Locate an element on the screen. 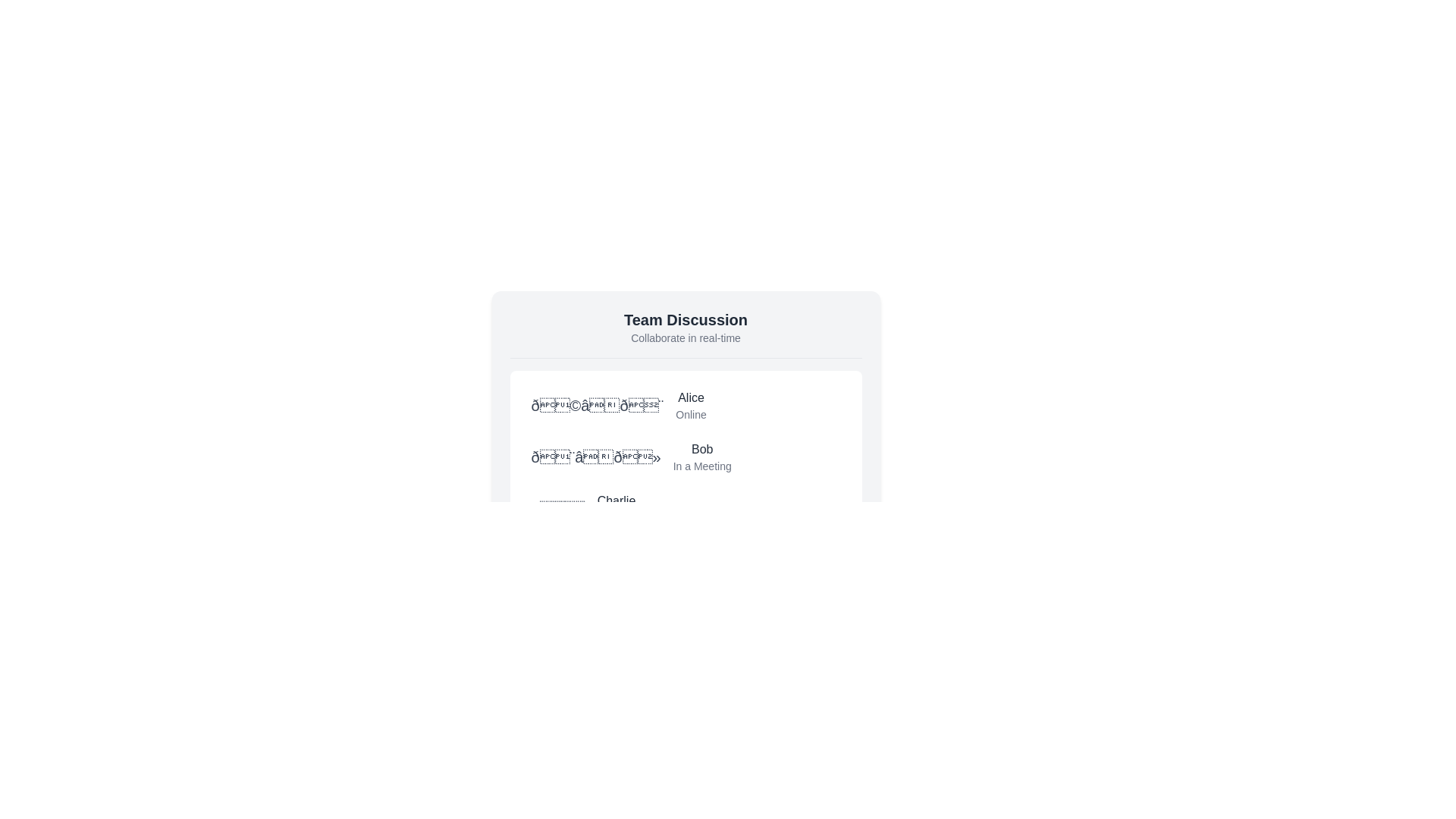 This screenshot has width=1456, height=819. the list item displaying the user name 'Bob' with status 'In a Meeting', which includes an icon of a person at a computer, located in the 'Team Discussion' box is located at coordinates (685, 456).